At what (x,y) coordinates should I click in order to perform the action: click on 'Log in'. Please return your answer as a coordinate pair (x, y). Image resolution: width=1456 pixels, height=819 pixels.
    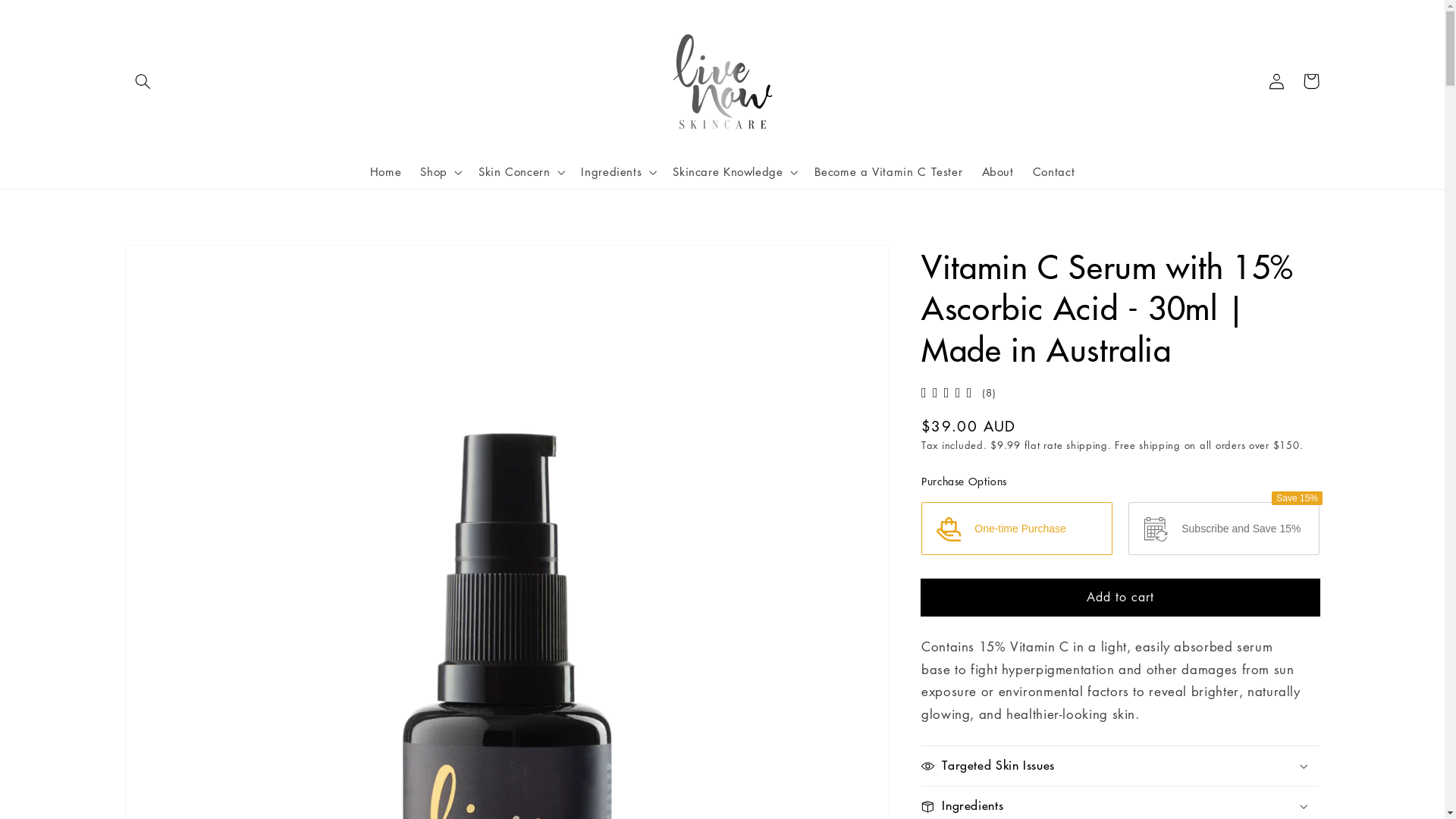
    Looking at the image, I should click on (1276, 81).